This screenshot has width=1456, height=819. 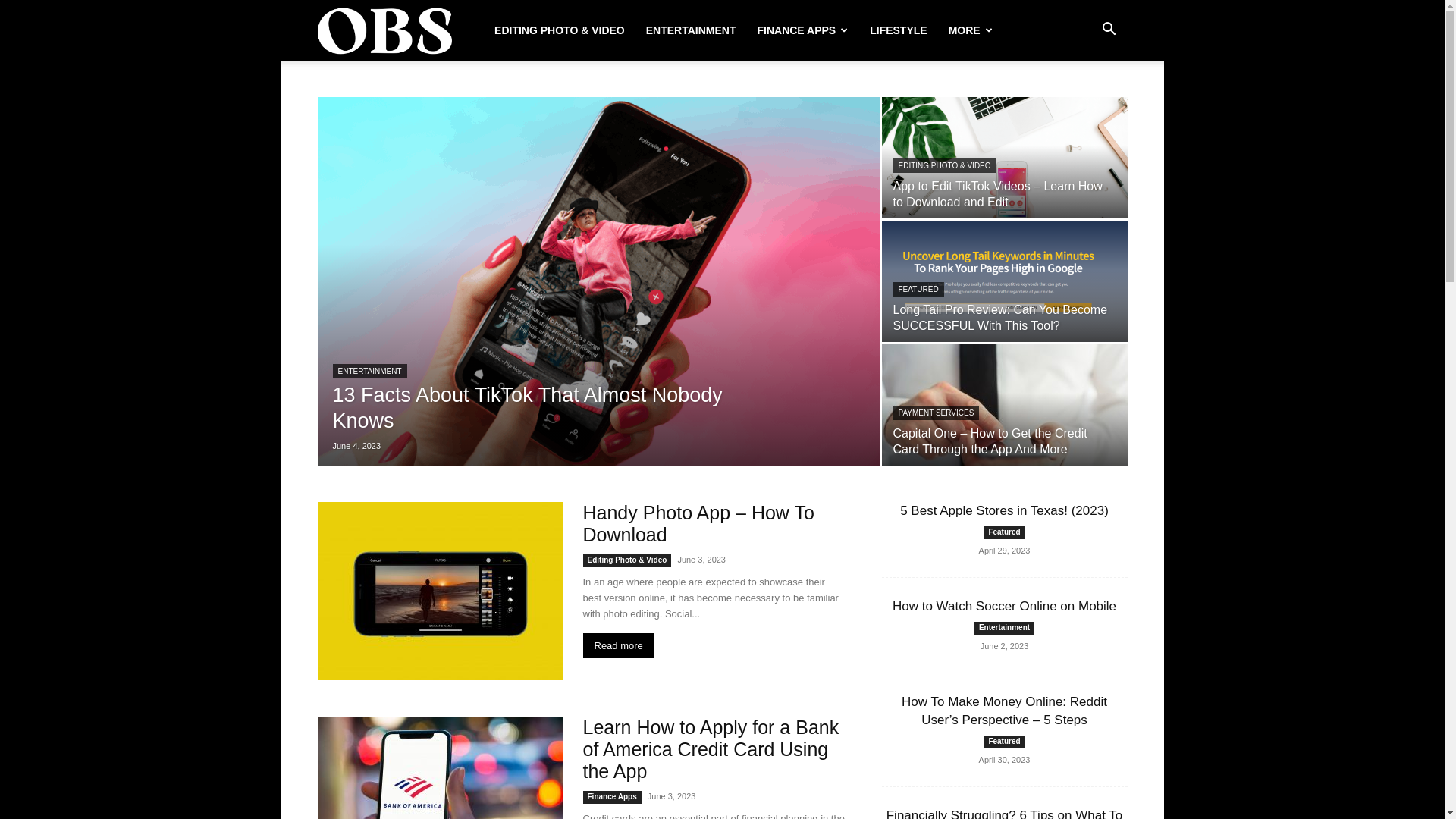 I want to click on 'Entertainment', so click(x=1004, y=628).